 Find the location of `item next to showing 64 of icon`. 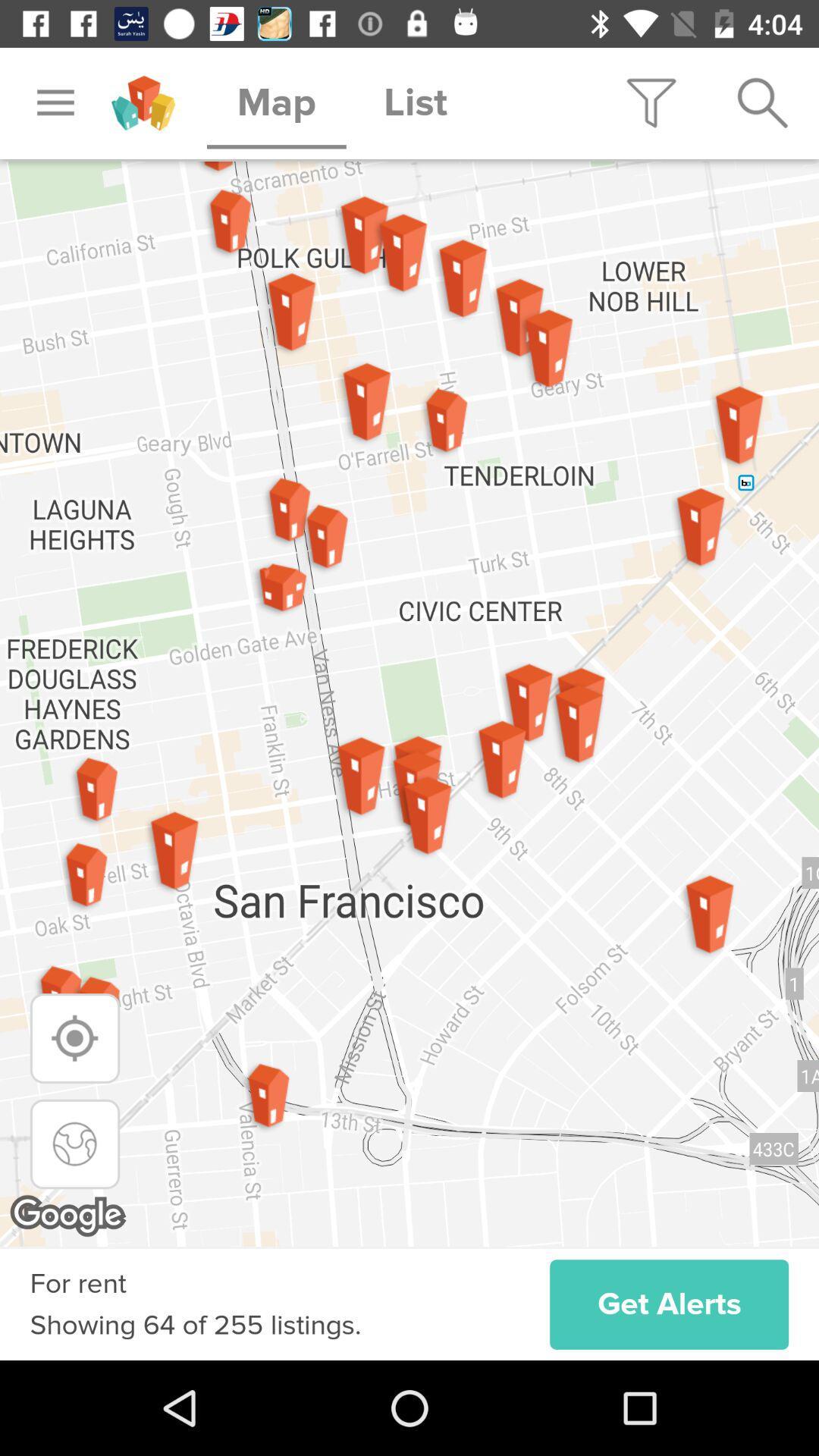

item next to showing 64 of icon is located at coordinates (668, 1304).